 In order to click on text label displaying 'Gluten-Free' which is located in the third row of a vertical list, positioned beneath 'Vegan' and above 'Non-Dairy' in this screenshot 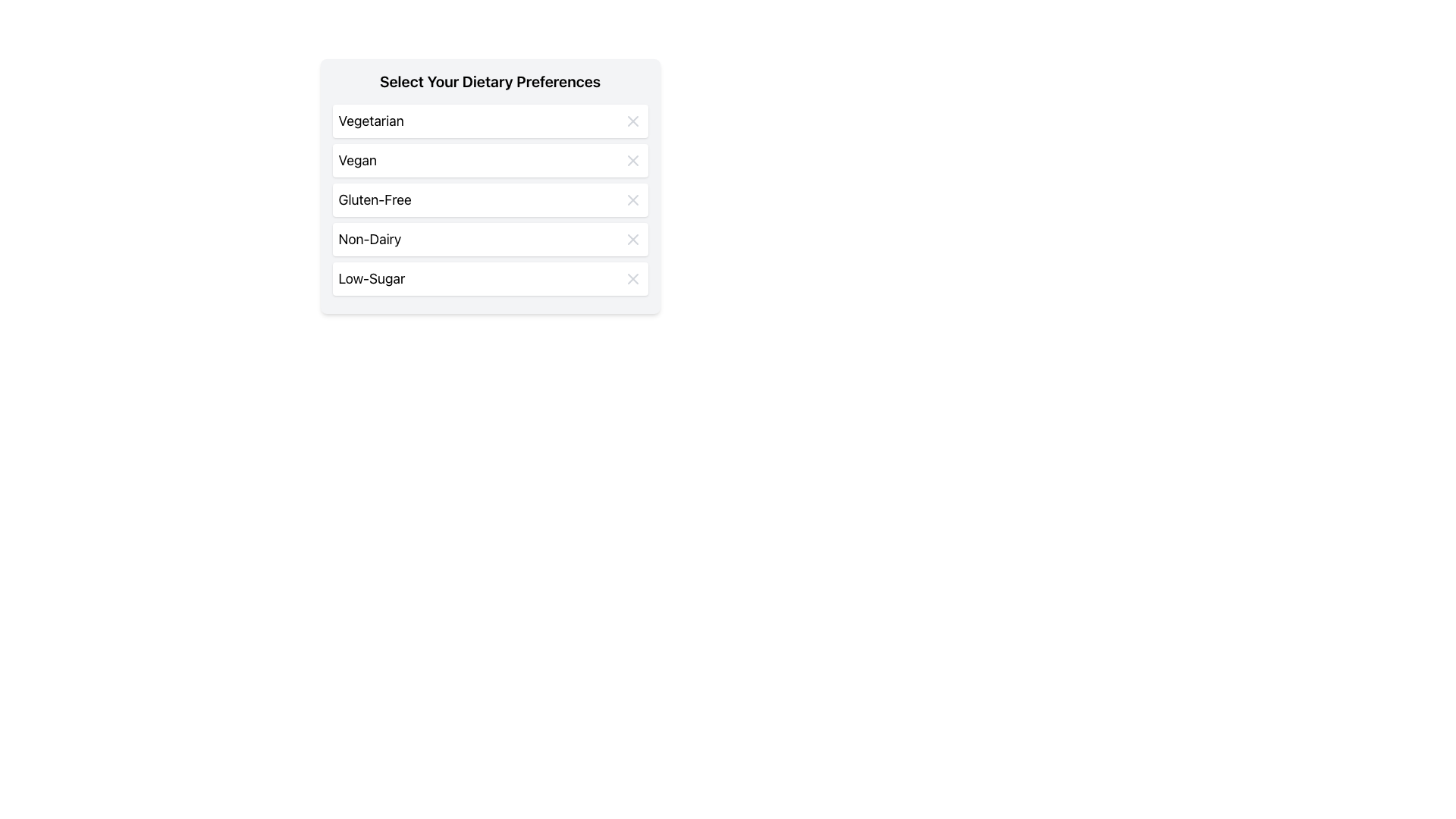, I will do `click(375, 199)`.